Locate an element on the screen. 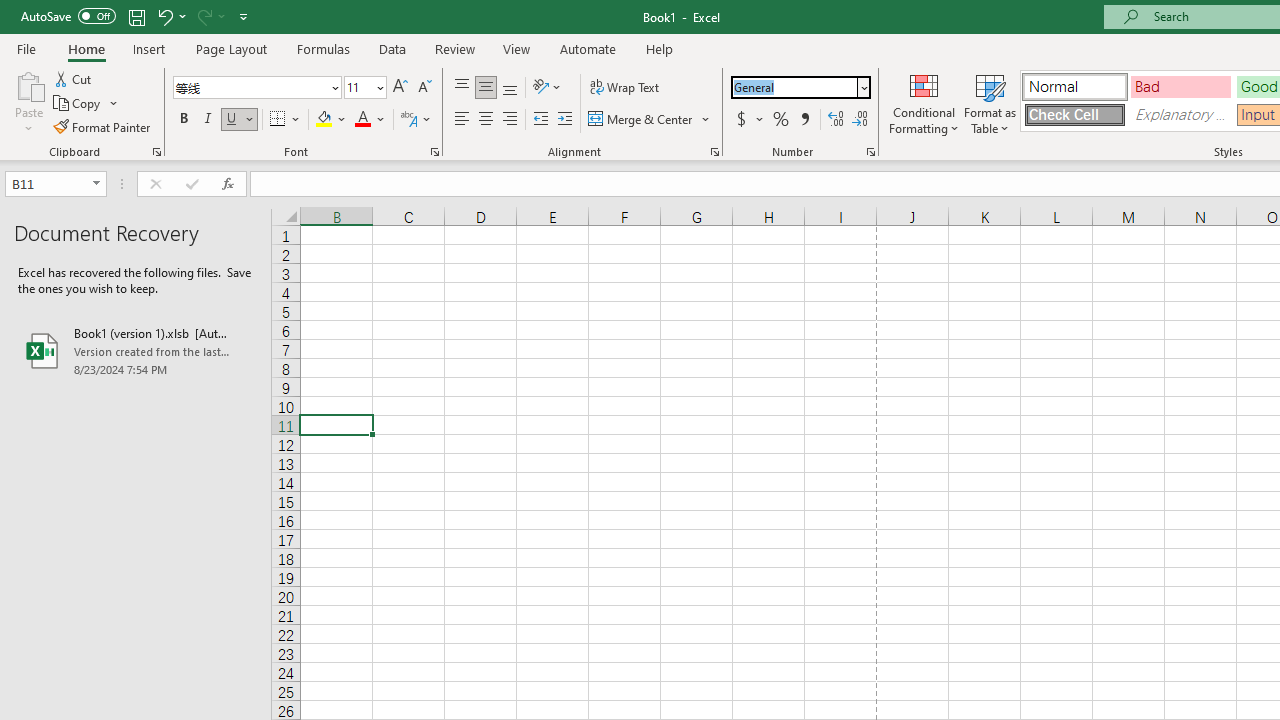 The height and width of the screenshot is (720, 1280). 'Italic' is located at coordinates (208, 119).